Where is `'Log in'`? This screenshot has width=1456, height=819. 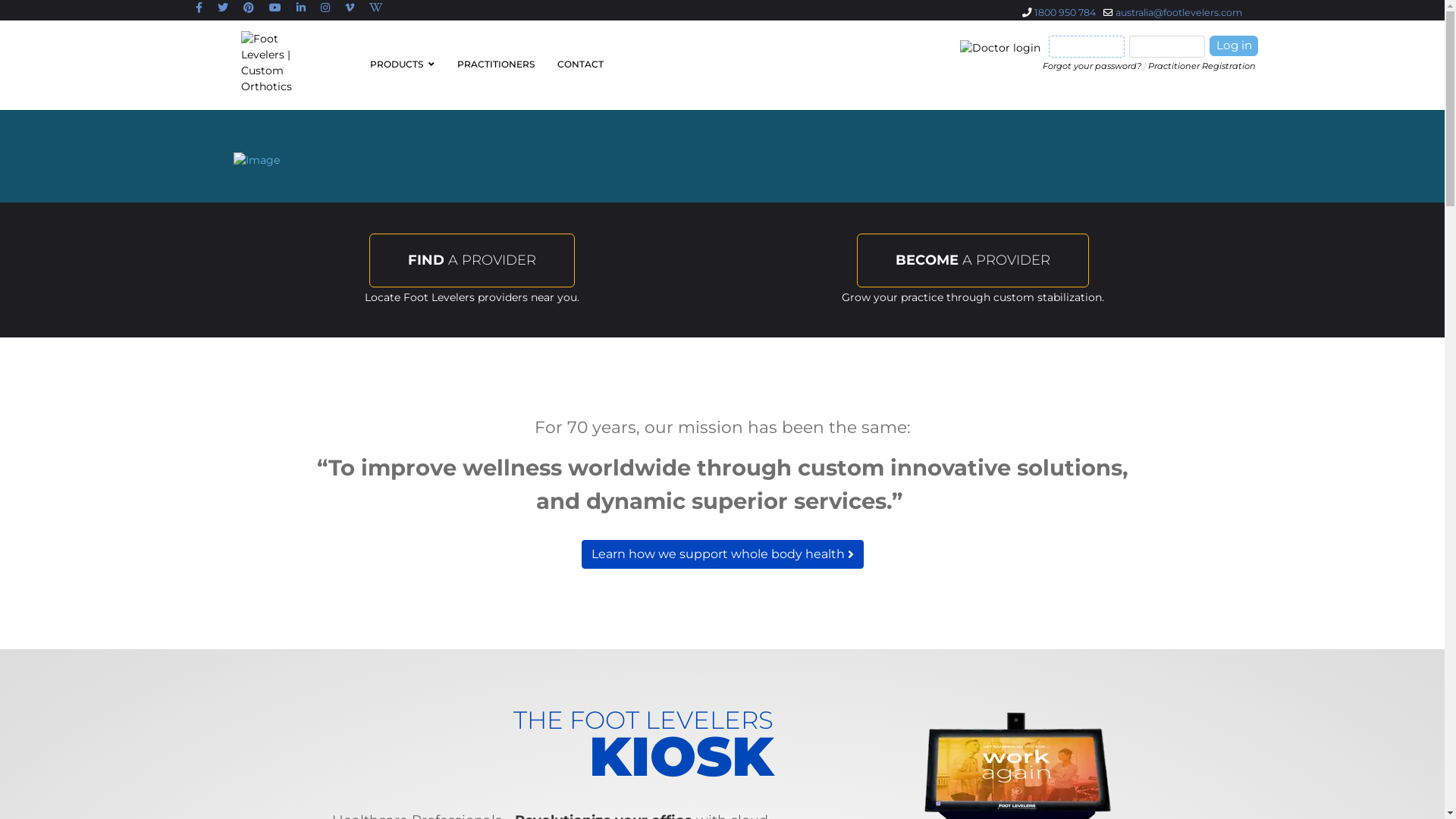 'Log in' is located at coordinates (1234, 45).